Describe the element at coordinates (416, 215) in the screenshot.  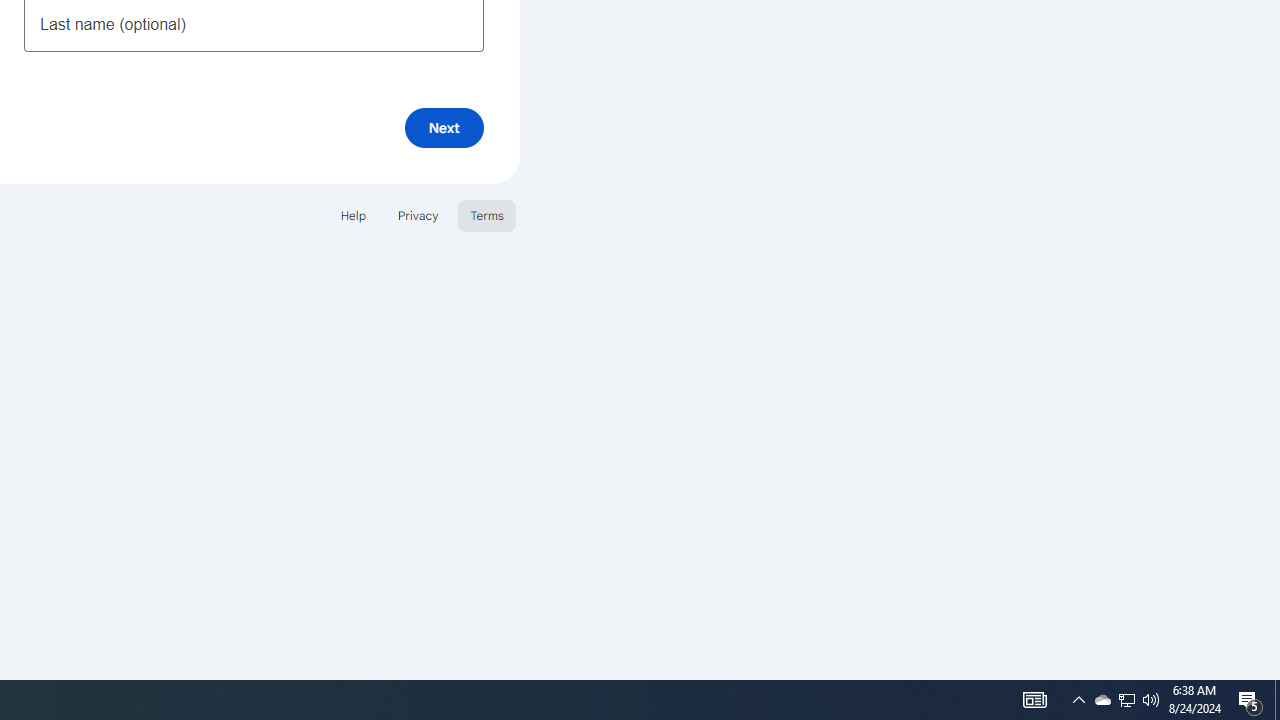
I see `'Privacy'` at that location.